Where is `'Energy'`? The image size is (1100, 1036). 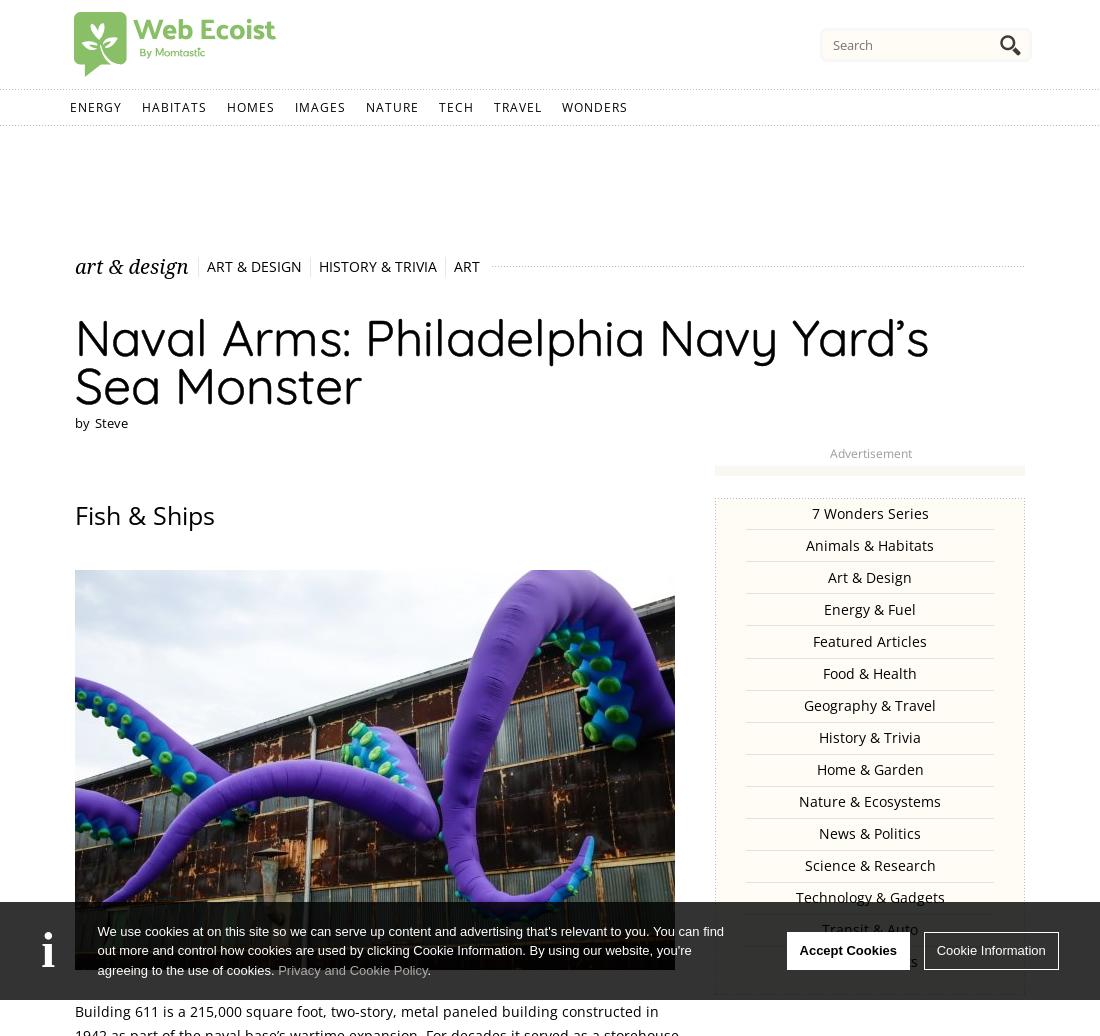 'Energy' is located at coordinates (96, 107).